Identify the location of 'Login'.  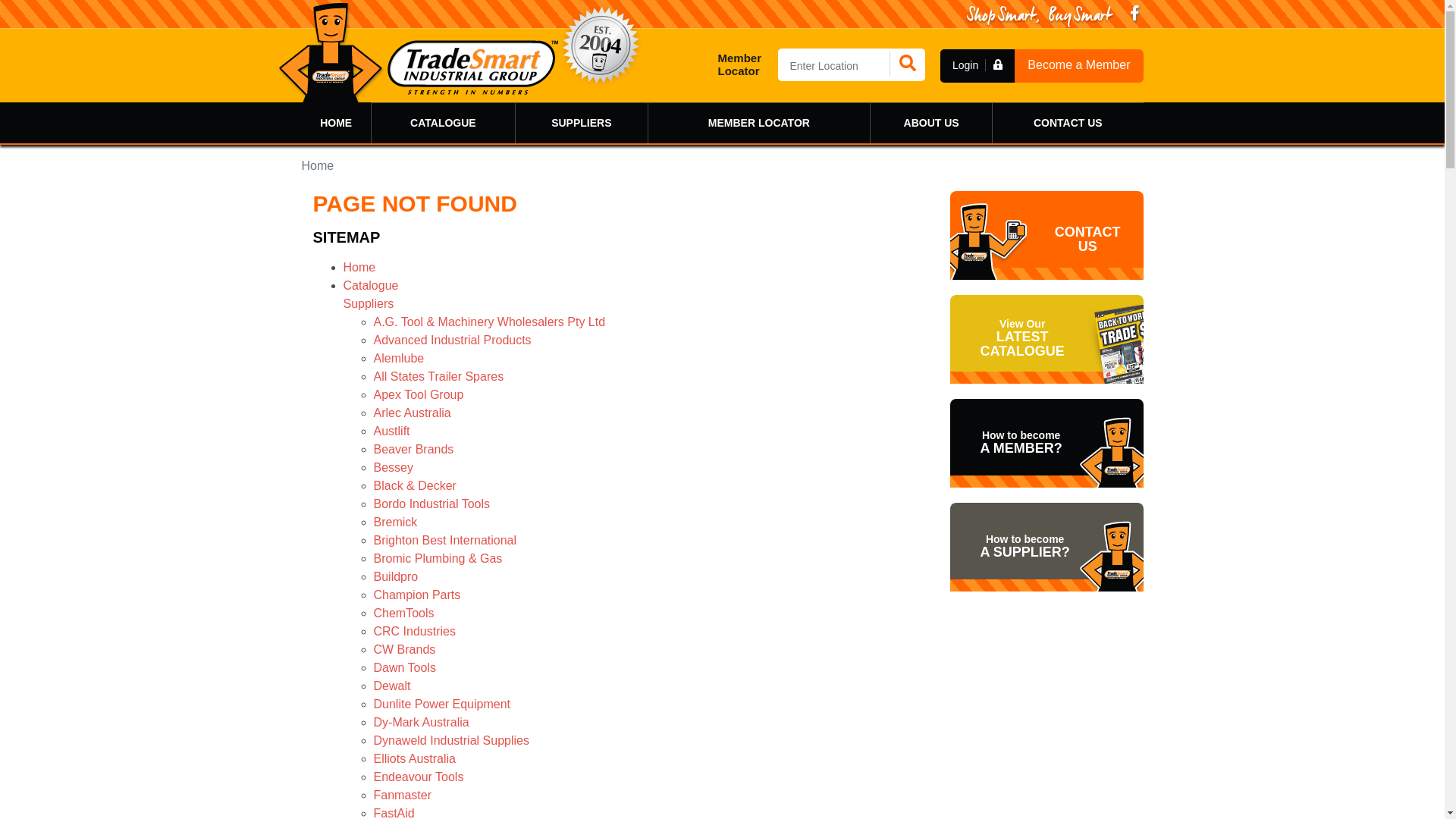
(977, 64).